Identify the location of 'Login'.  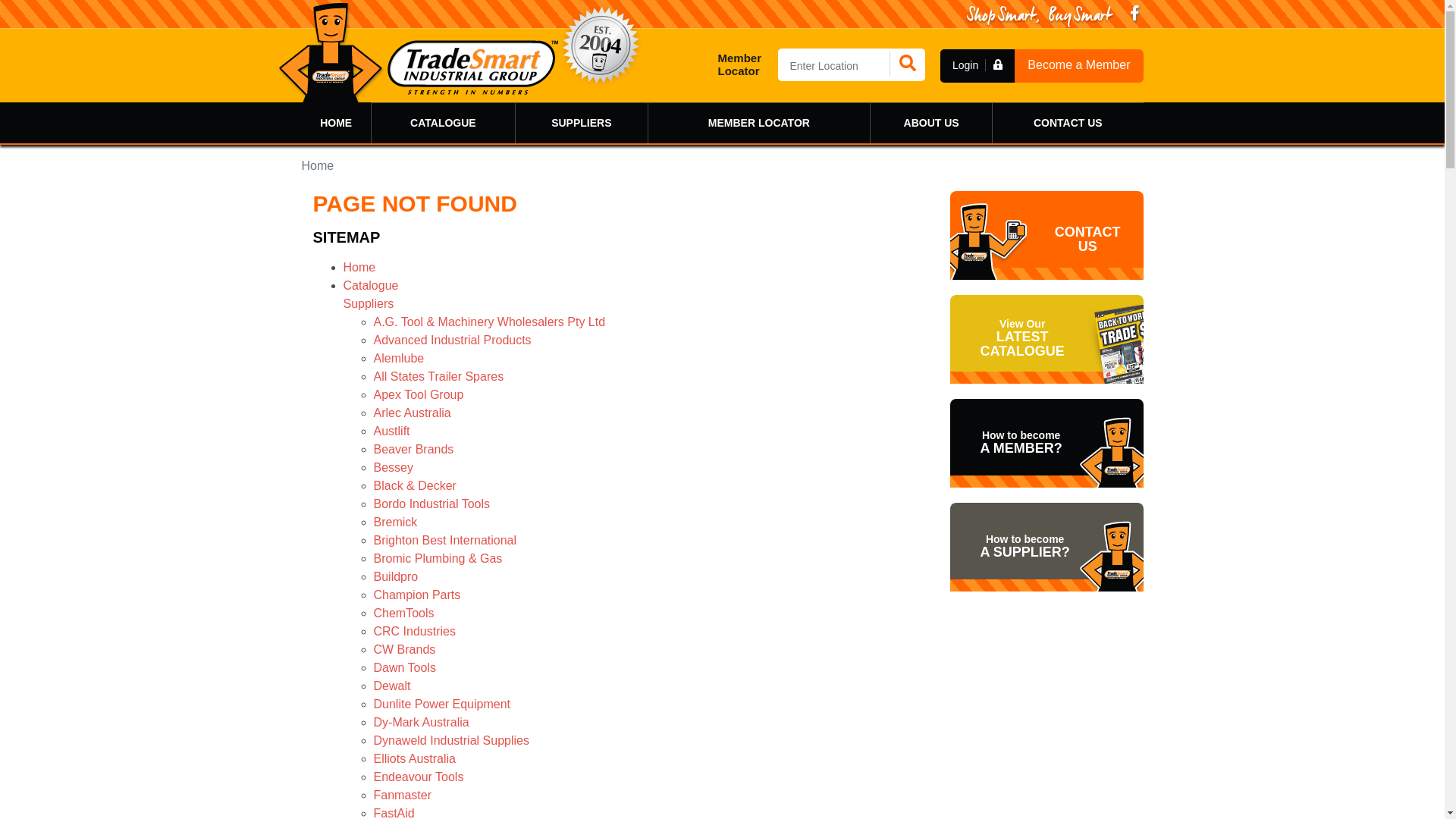
(977, 64).